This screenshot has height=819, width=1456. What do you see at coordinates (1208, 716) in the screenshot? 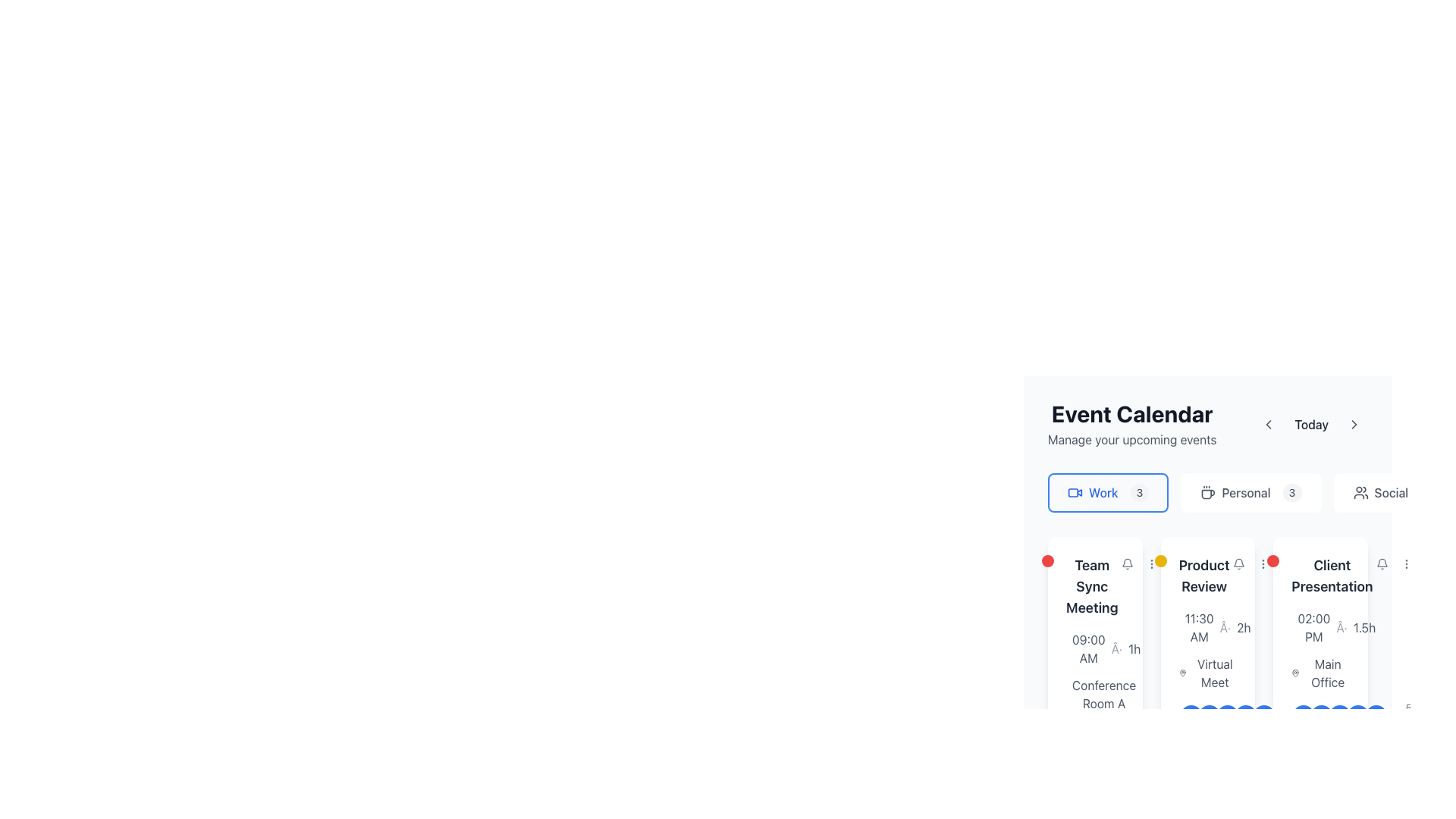
I see `the second avatar from the left, which has a circular shape with a blue gradient background and contains the letter 'B' in bold white font, positioned below the 'Event Calendar' section` at bounding box center [1208, 716].